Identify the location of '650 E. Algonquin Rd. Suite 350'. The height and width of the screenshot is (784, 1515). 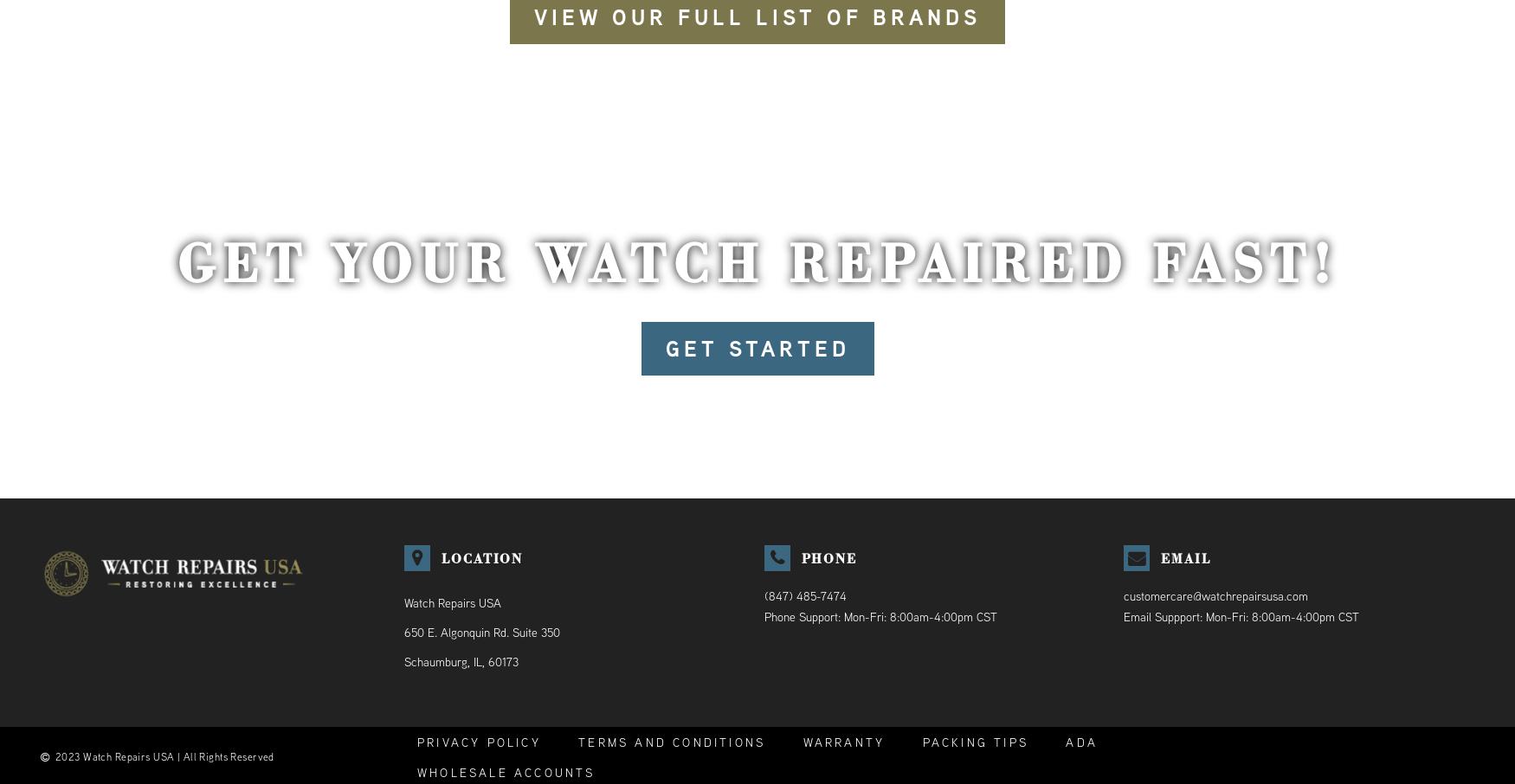
(480, 631).